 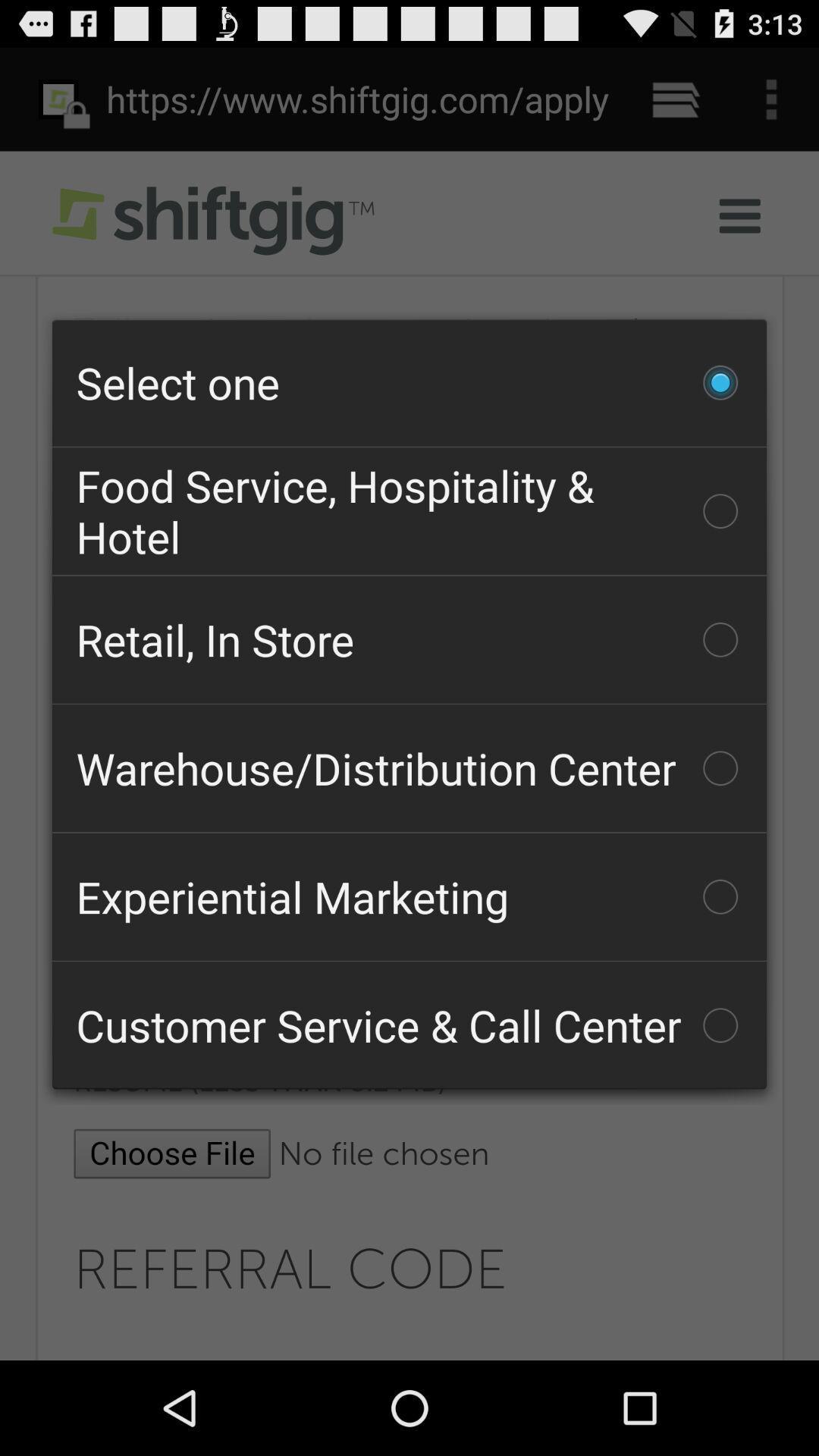 What do you see at coordinates (409, 639) in the screenshot?
I see `the retail, in store checkbox` at bounding box center [409, 639].